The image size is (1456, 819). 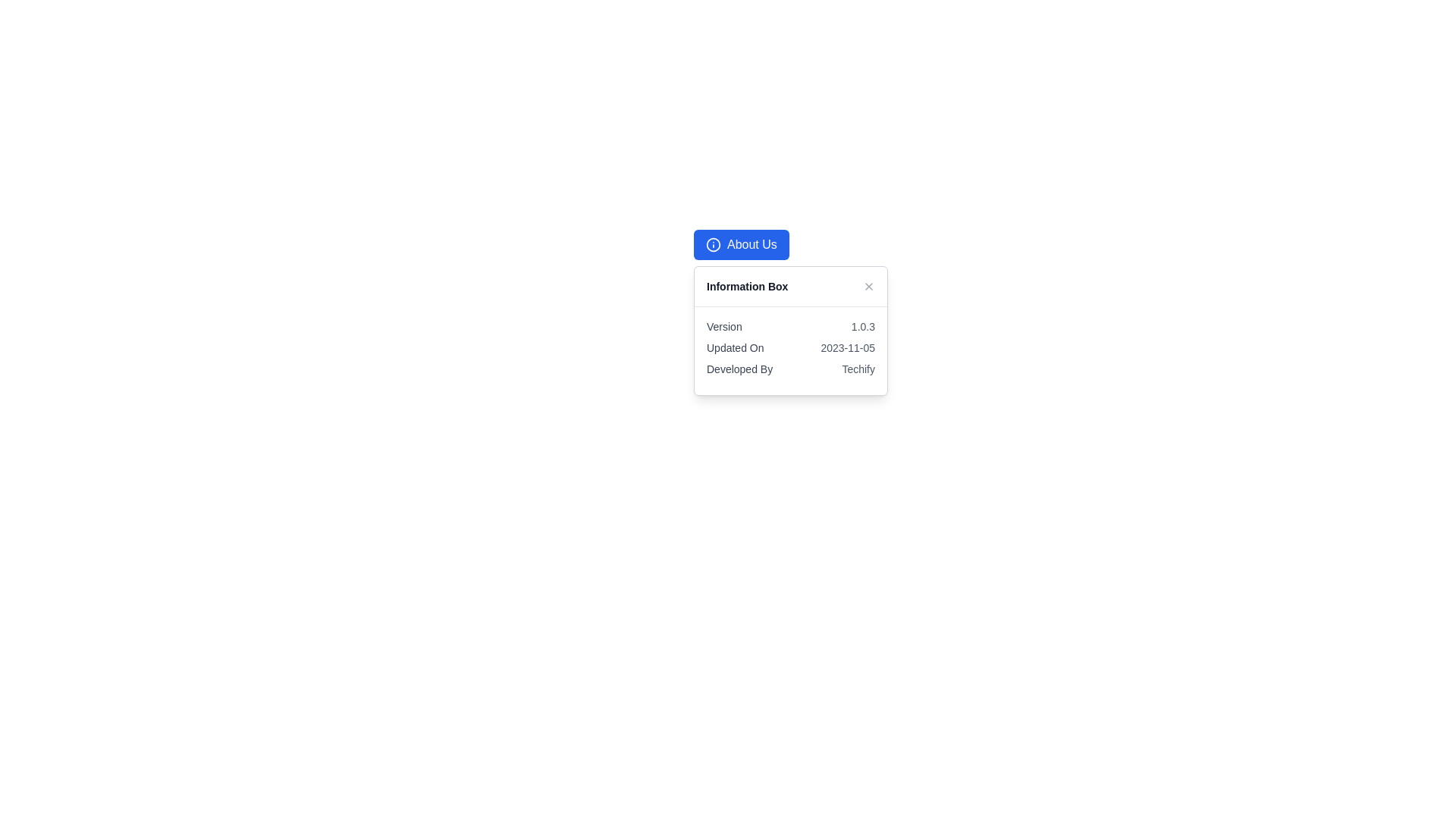 I want to click on text from the 'Version' label, which is styled in gray and positioned to the left of the value '1.0.3' within the 'Information Box.', so click(x=723, y=326).